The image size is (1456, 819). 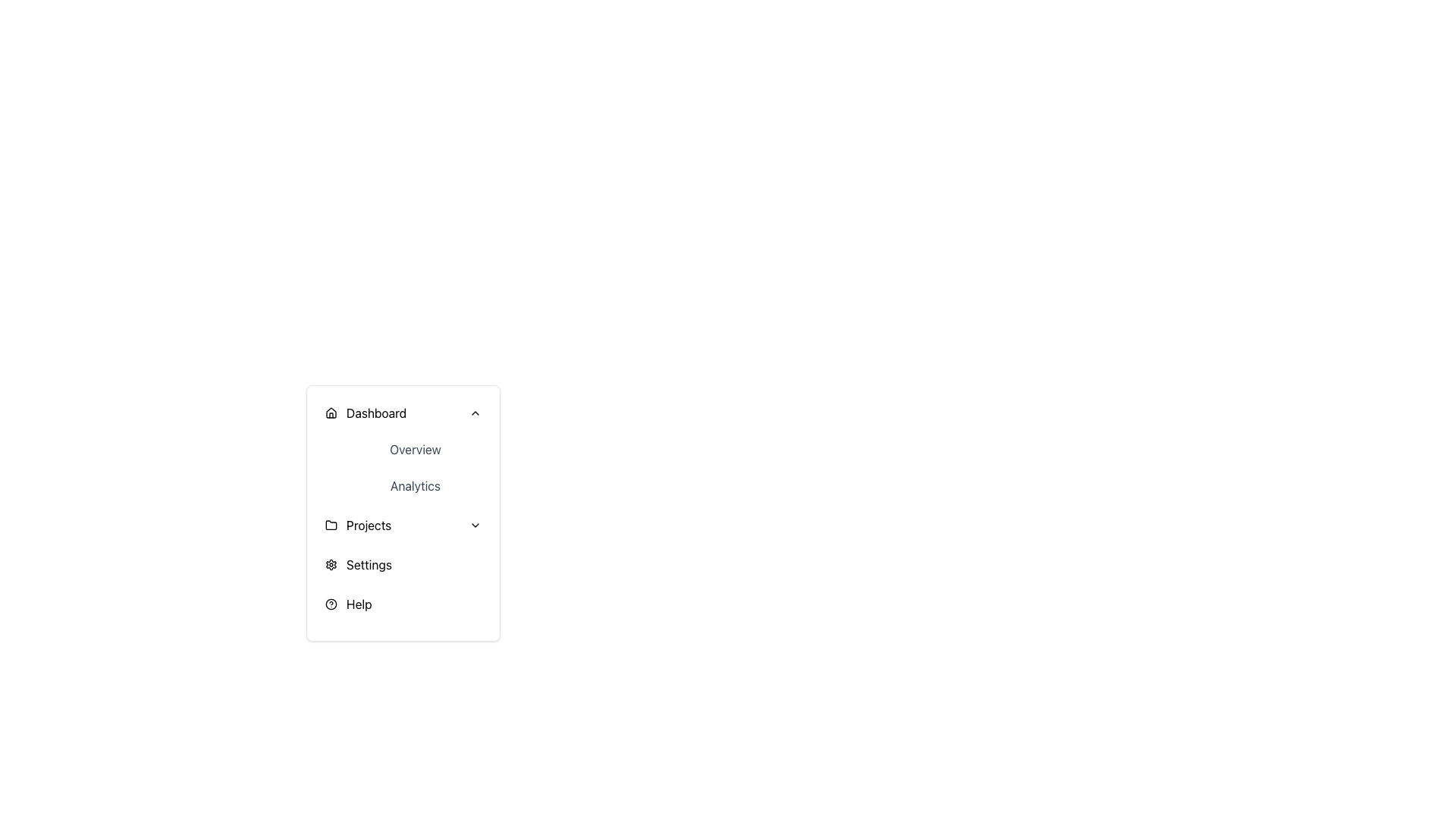 I want to click on the collapsible menu indicator located at the far right of the 'Dashboard' entry, so click(x=475, y=413).